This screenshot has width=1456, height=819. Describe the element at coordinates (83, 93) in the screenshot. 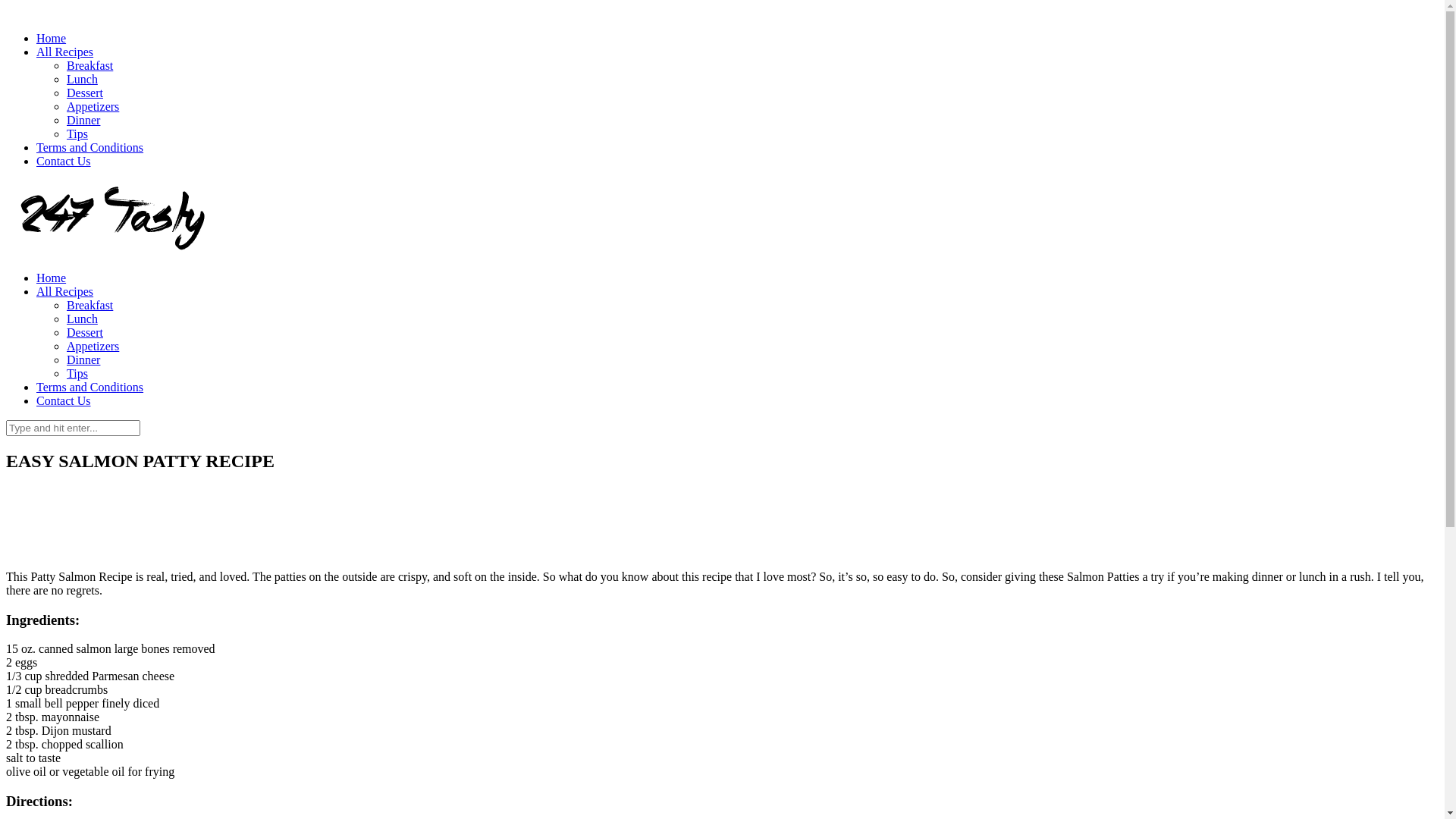

I see `'Dessert'` at that location.